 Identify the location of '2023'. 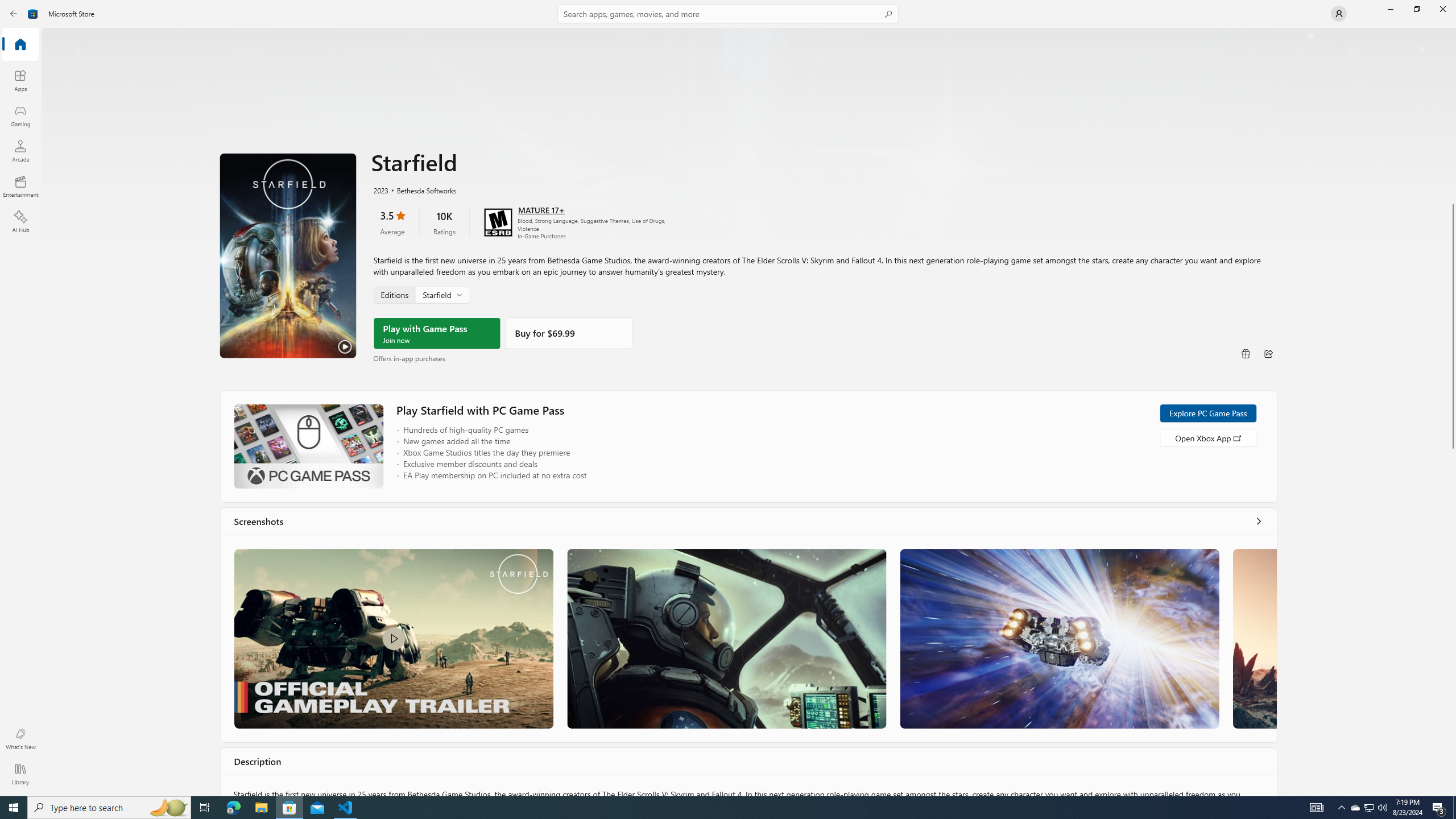
(380, 189).